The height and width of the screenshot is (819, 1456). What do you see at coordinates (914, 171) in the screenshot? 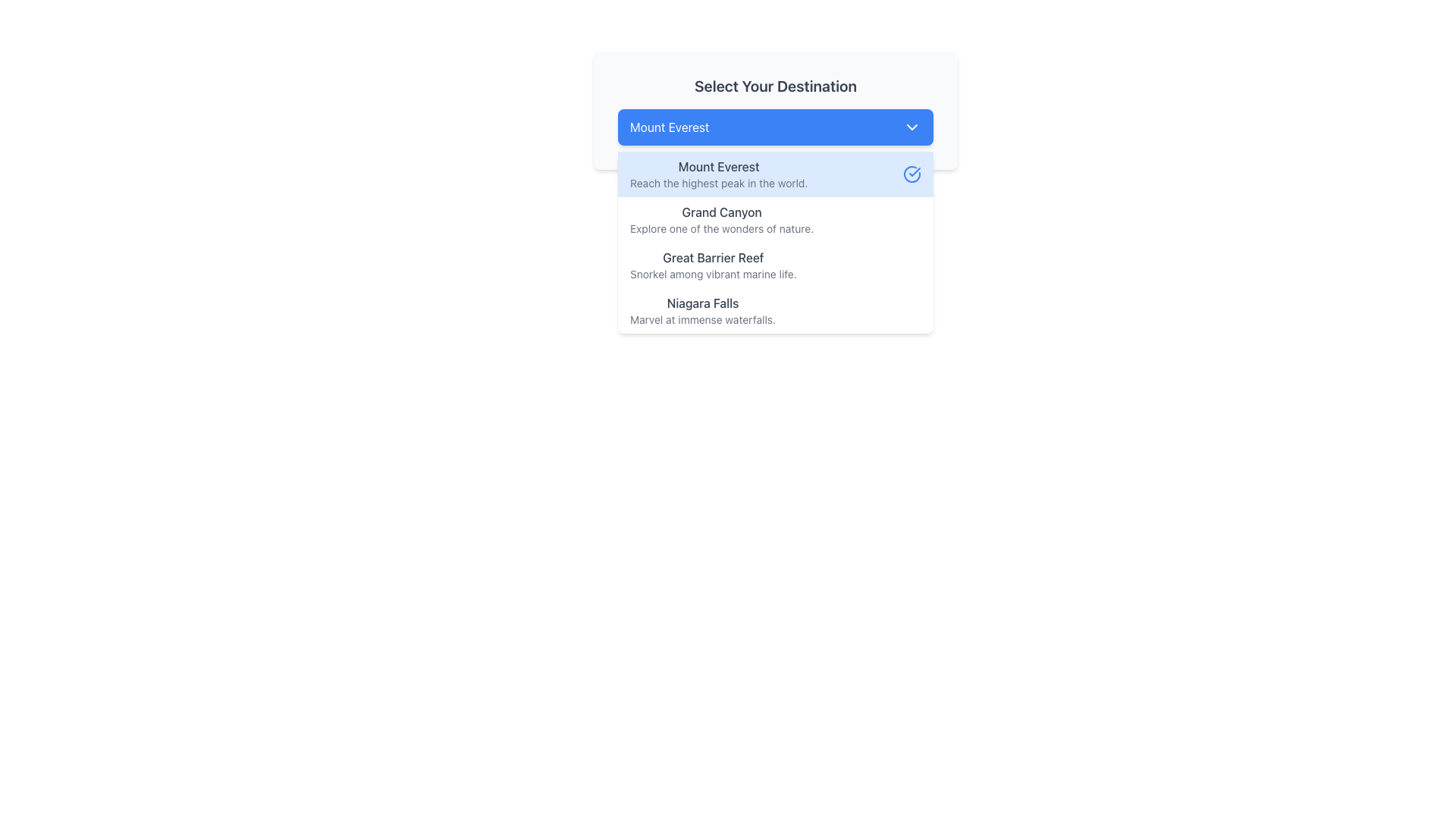
I see `the checkmark icon indicating the 'Mount Everest' option in the dropdown menu, which confirms the user's selection` at bounding box center [914, 171].